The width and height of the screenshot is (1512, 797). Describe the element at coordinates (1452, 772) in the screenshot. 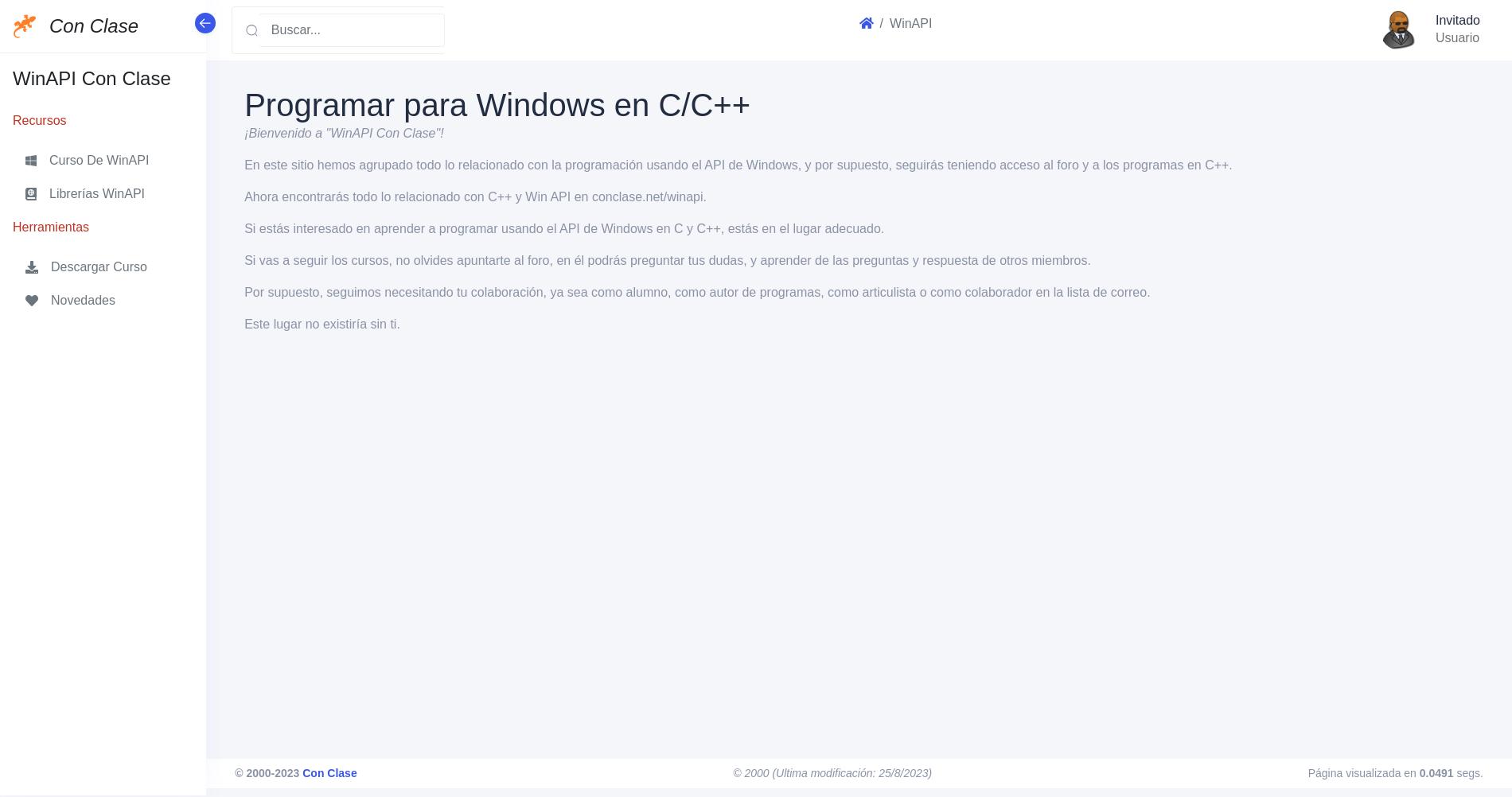

I see `'segs.'` at that location.